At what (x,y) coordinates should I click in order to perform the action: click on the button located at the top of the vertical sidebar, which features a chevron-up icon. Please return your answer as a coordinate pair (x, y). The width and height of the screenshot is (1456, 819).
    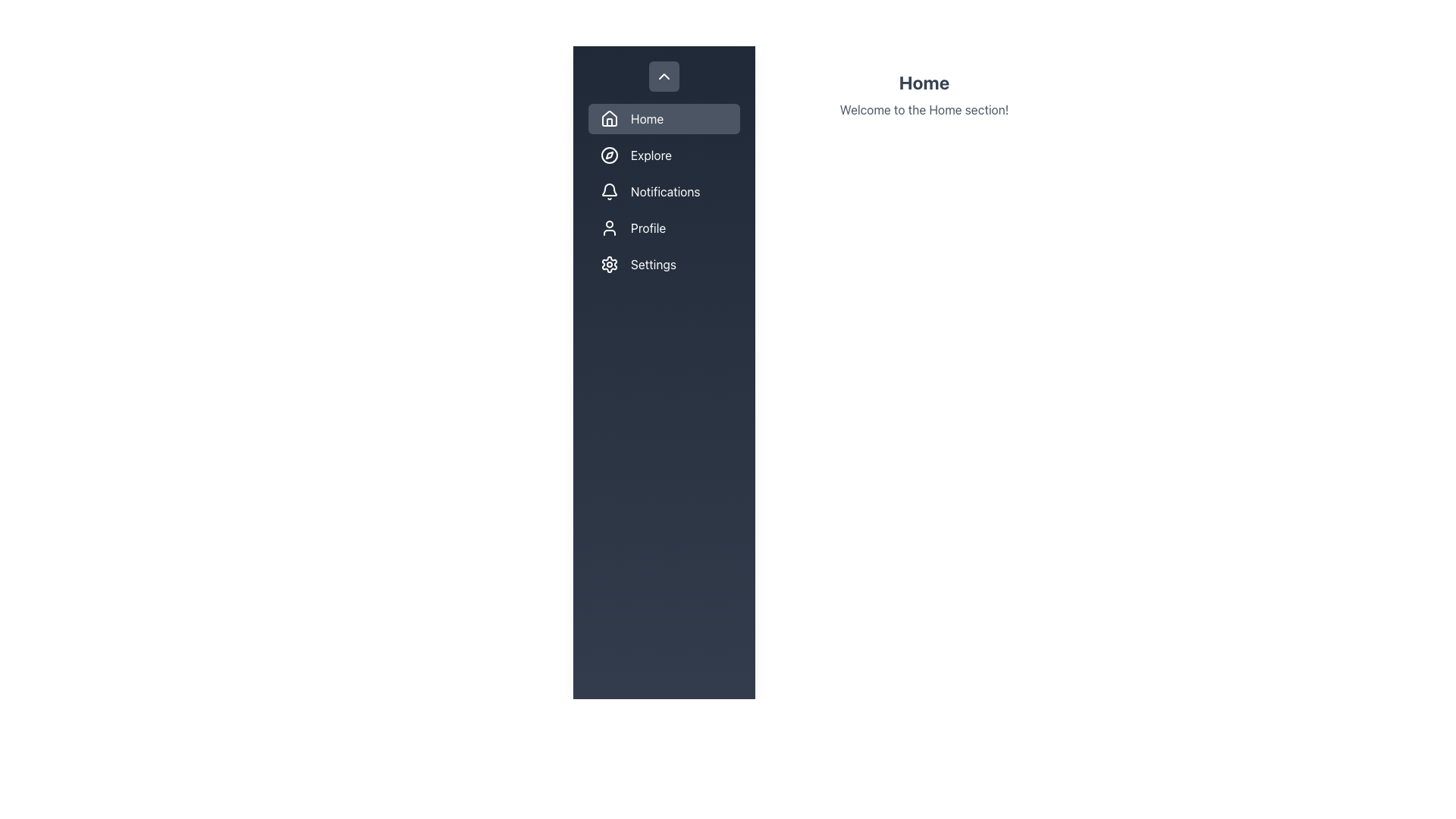
    Looking at the image, I should click on (664, 76).